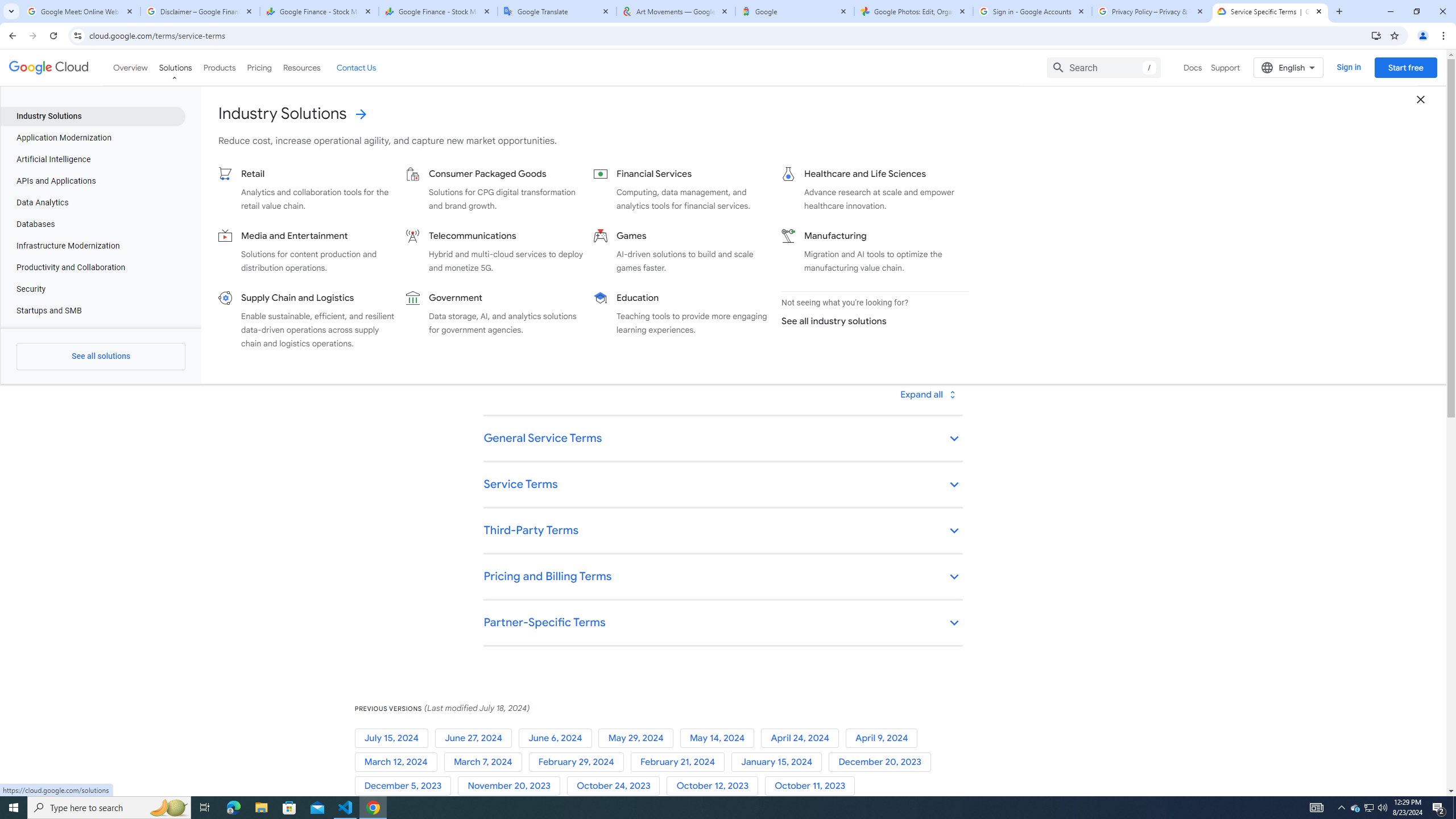  I want to click on 'November 20, 2023', so click(511, 786).